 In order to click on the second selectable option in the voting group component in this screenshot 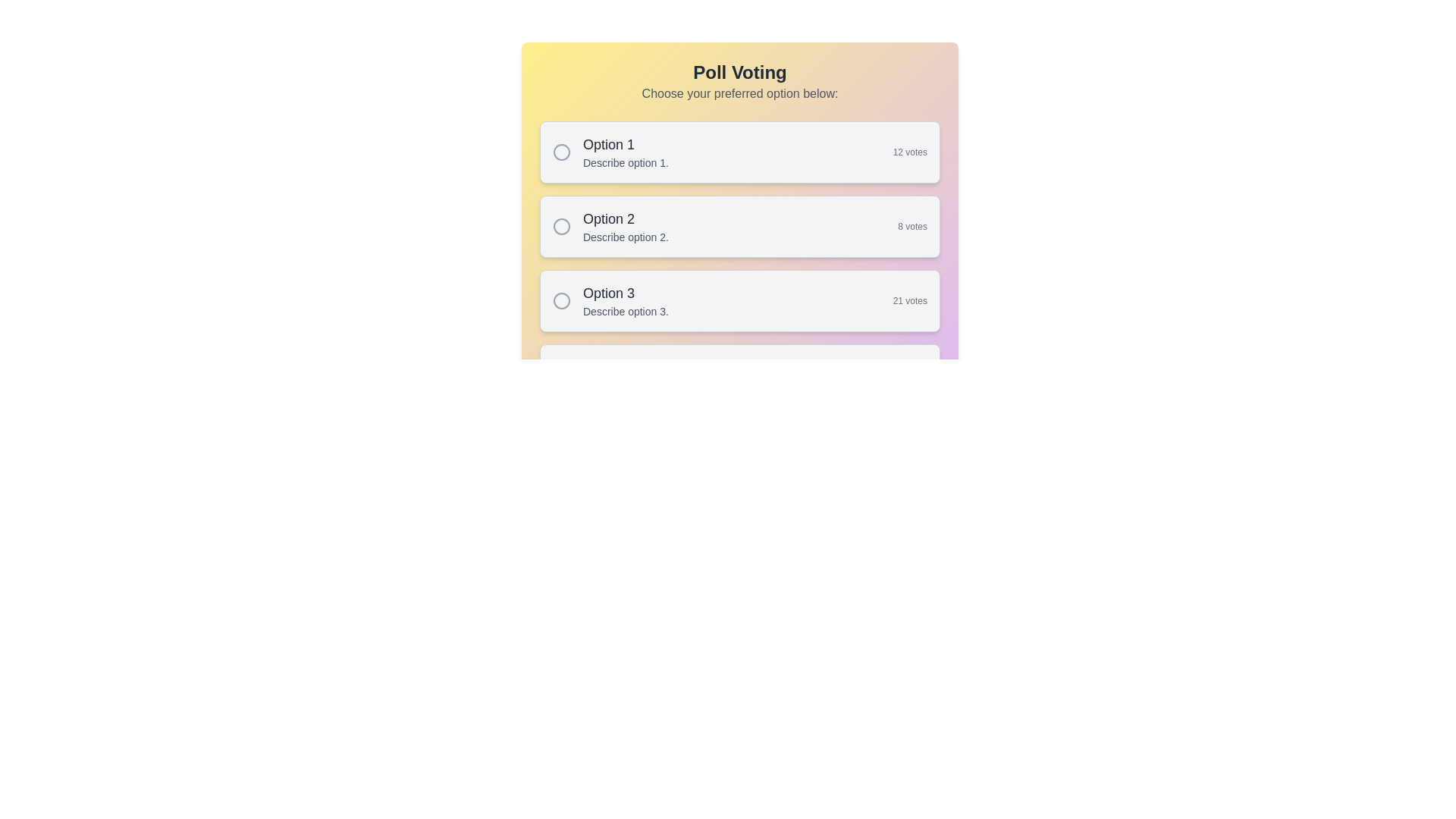, I will do `click(739, 262)`.